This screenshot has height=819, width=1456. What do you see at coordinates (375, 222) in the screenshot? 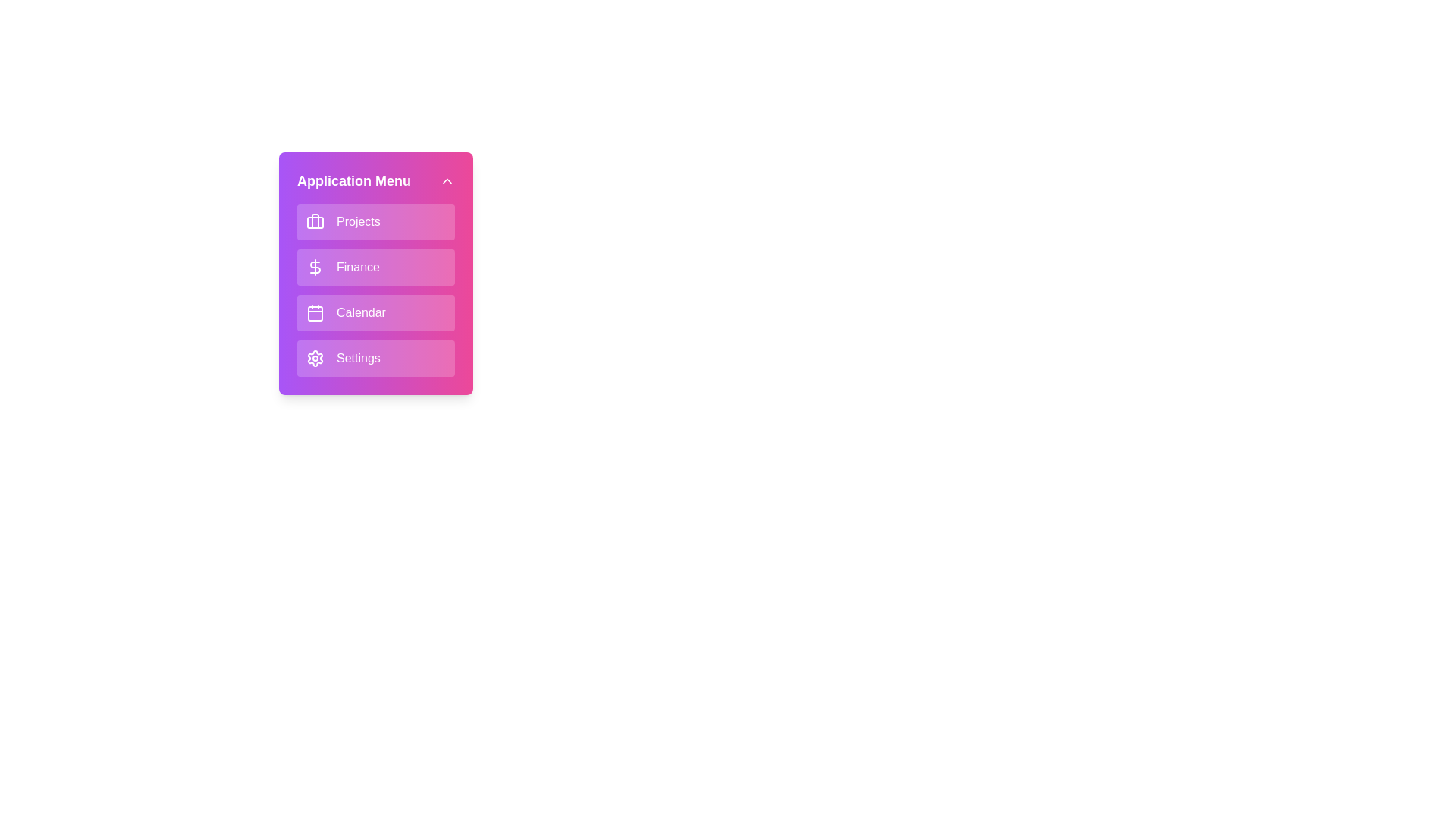
I see `the menu item Projects by clicking on it` at bounding box center [375, 222].